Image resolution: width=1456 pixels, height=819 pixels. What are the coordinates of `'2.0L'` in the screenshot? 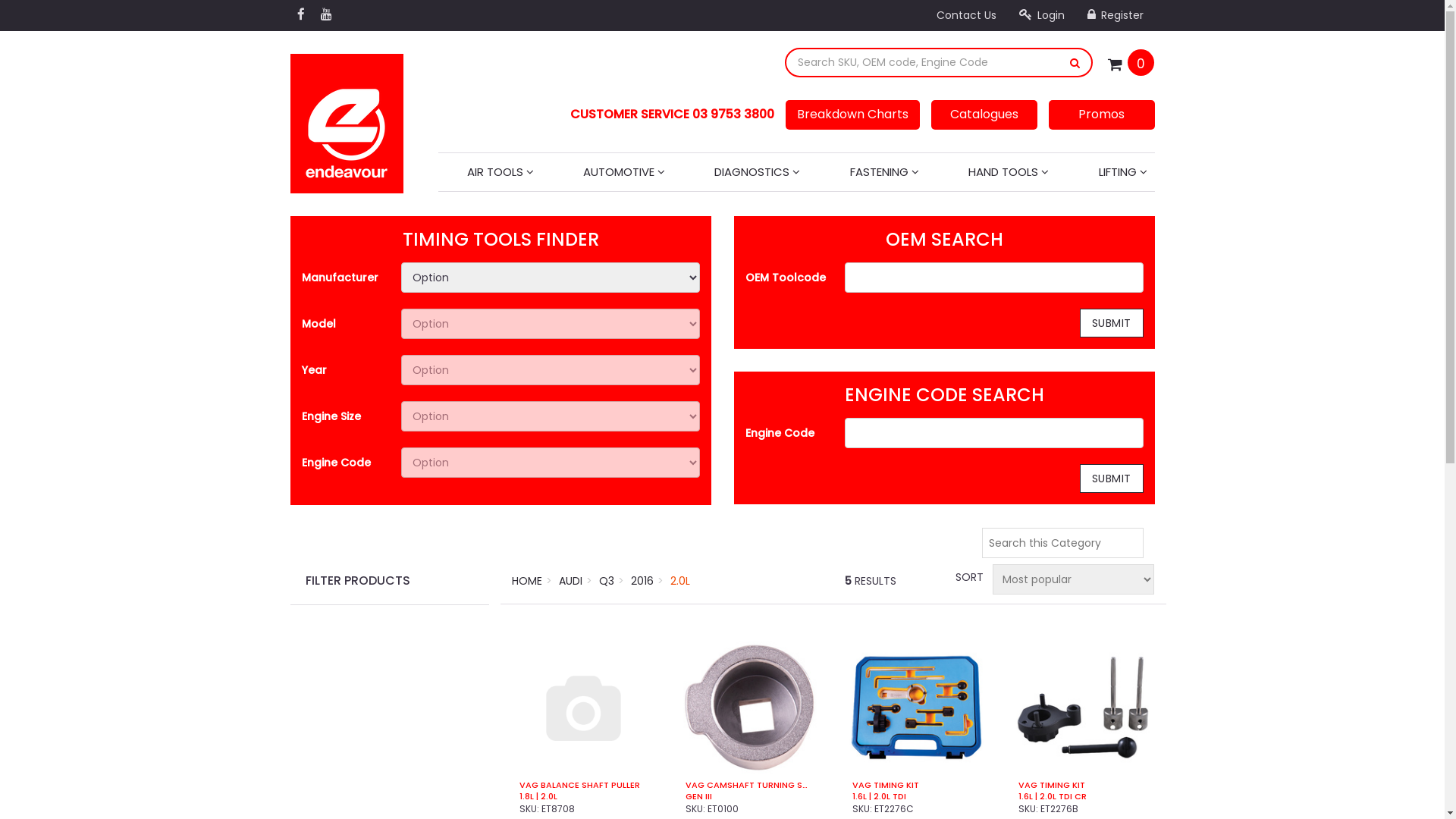 It's located at (679, 580).